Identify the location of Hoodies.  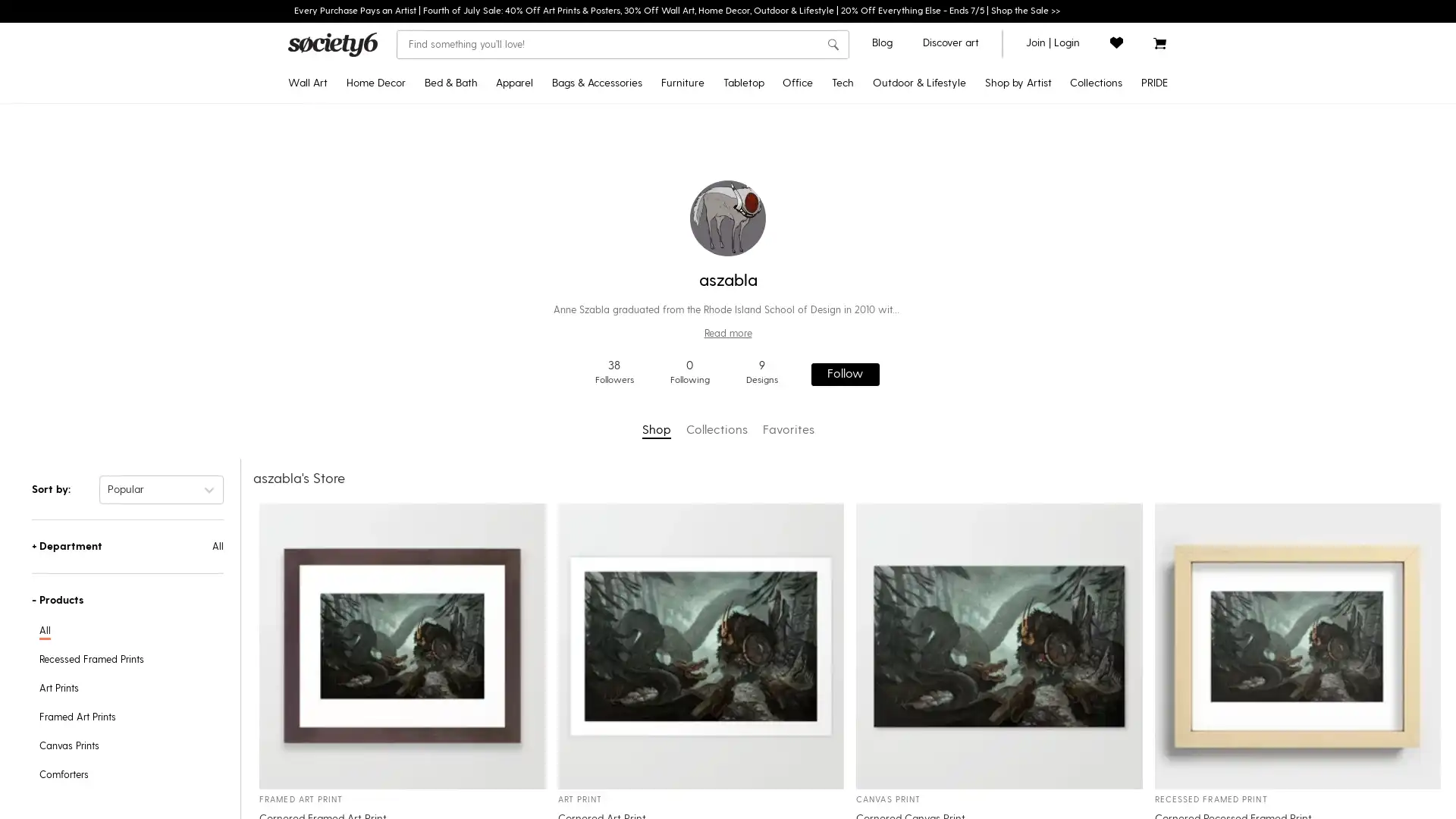
(562, 170).